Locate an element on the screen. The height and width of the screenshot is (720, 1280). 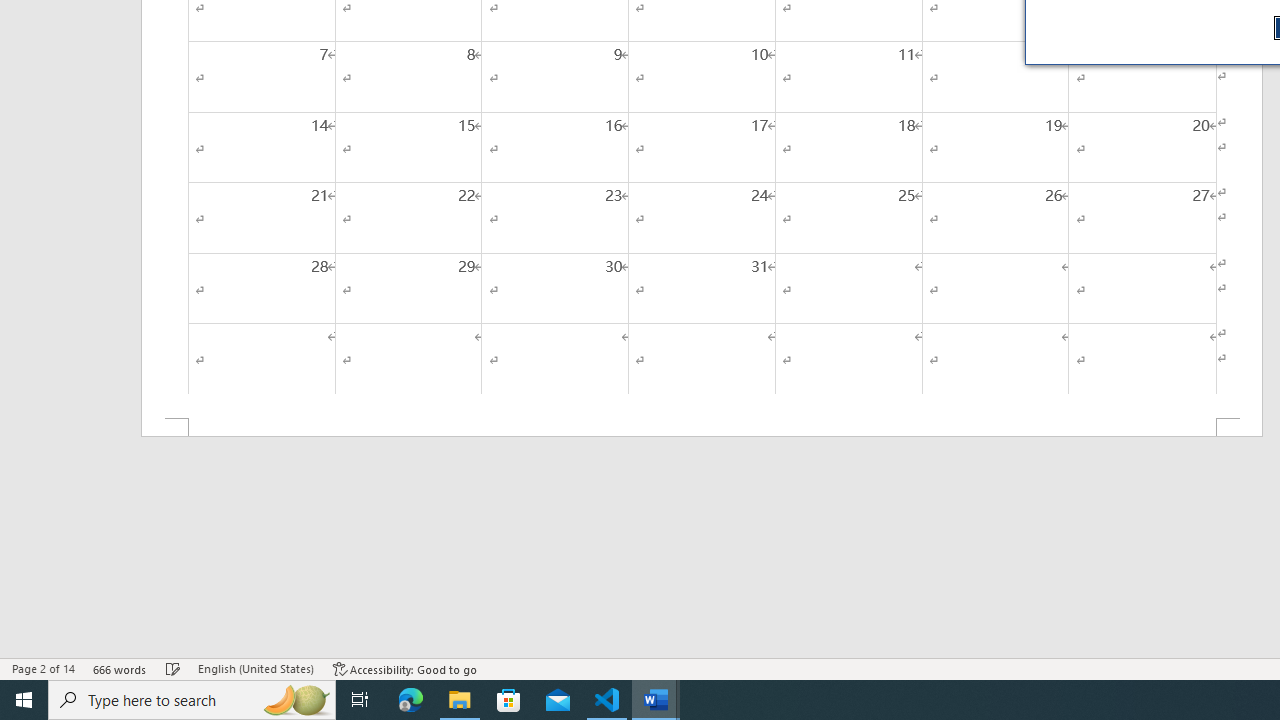
'Microsoft Edge' is located at coordinates (410, 698).